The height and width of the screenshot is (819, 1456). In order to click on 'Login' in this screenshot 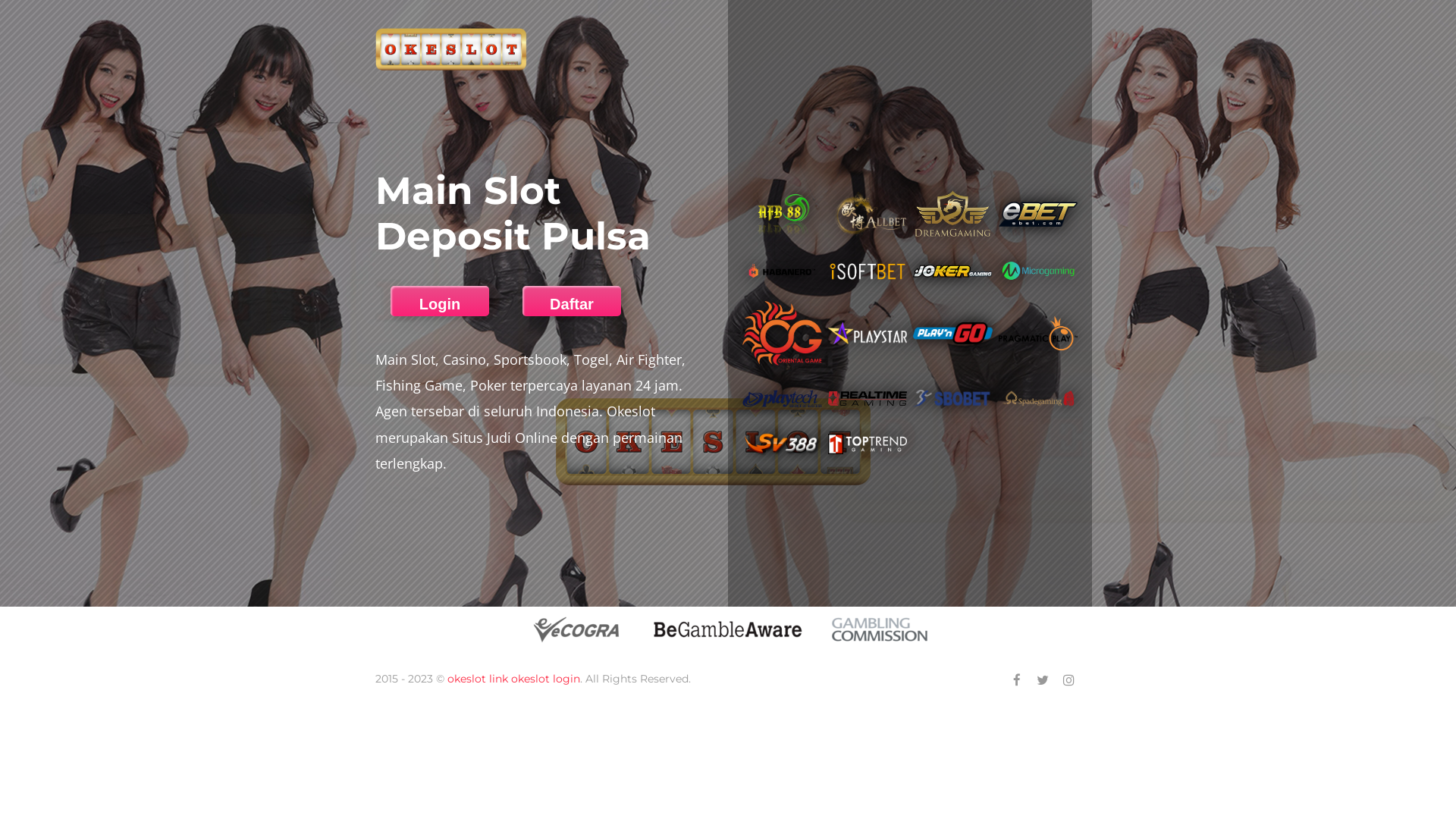, I will do `click(439, 305)`.